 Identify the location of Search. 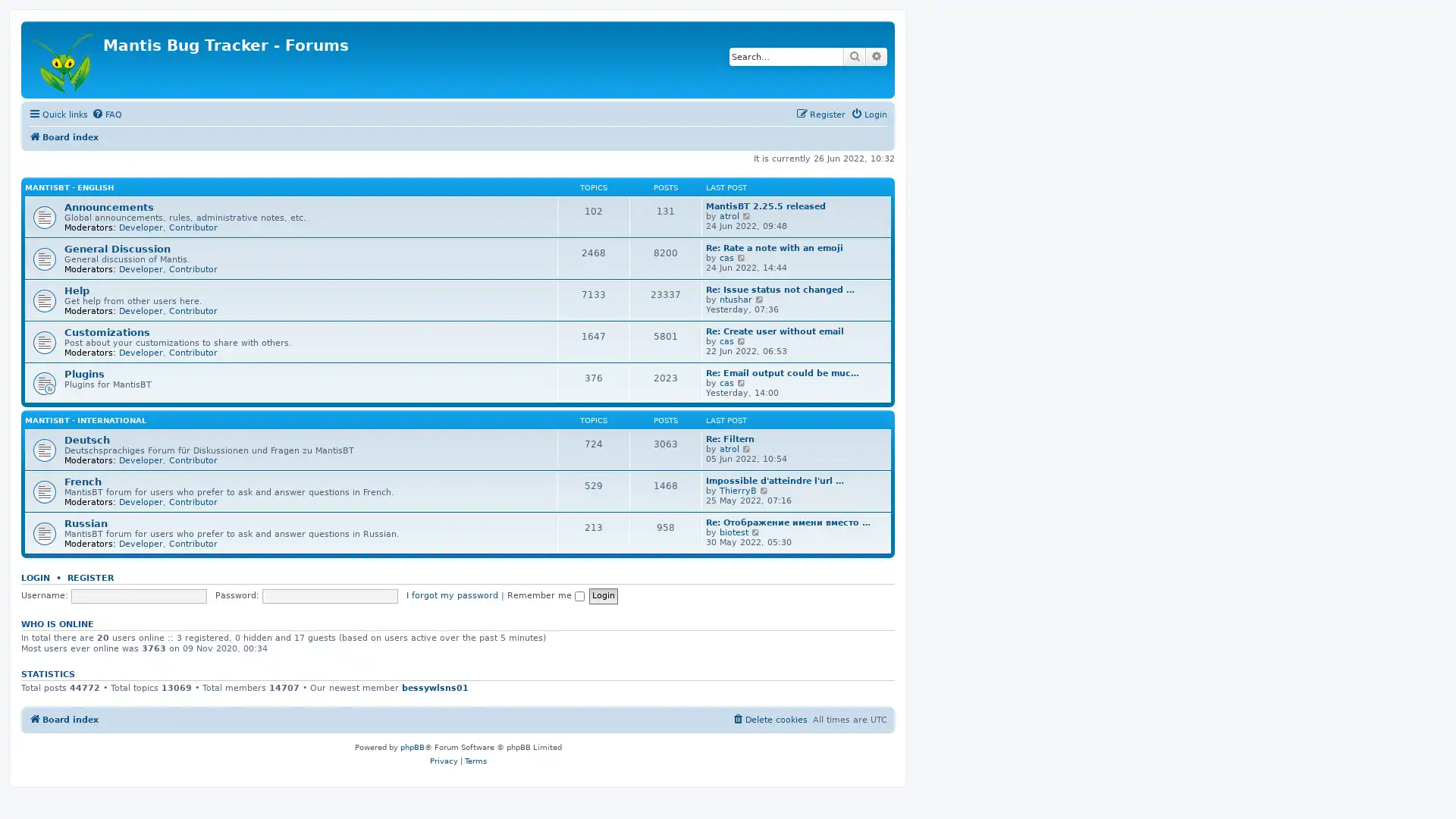
(855, 55).